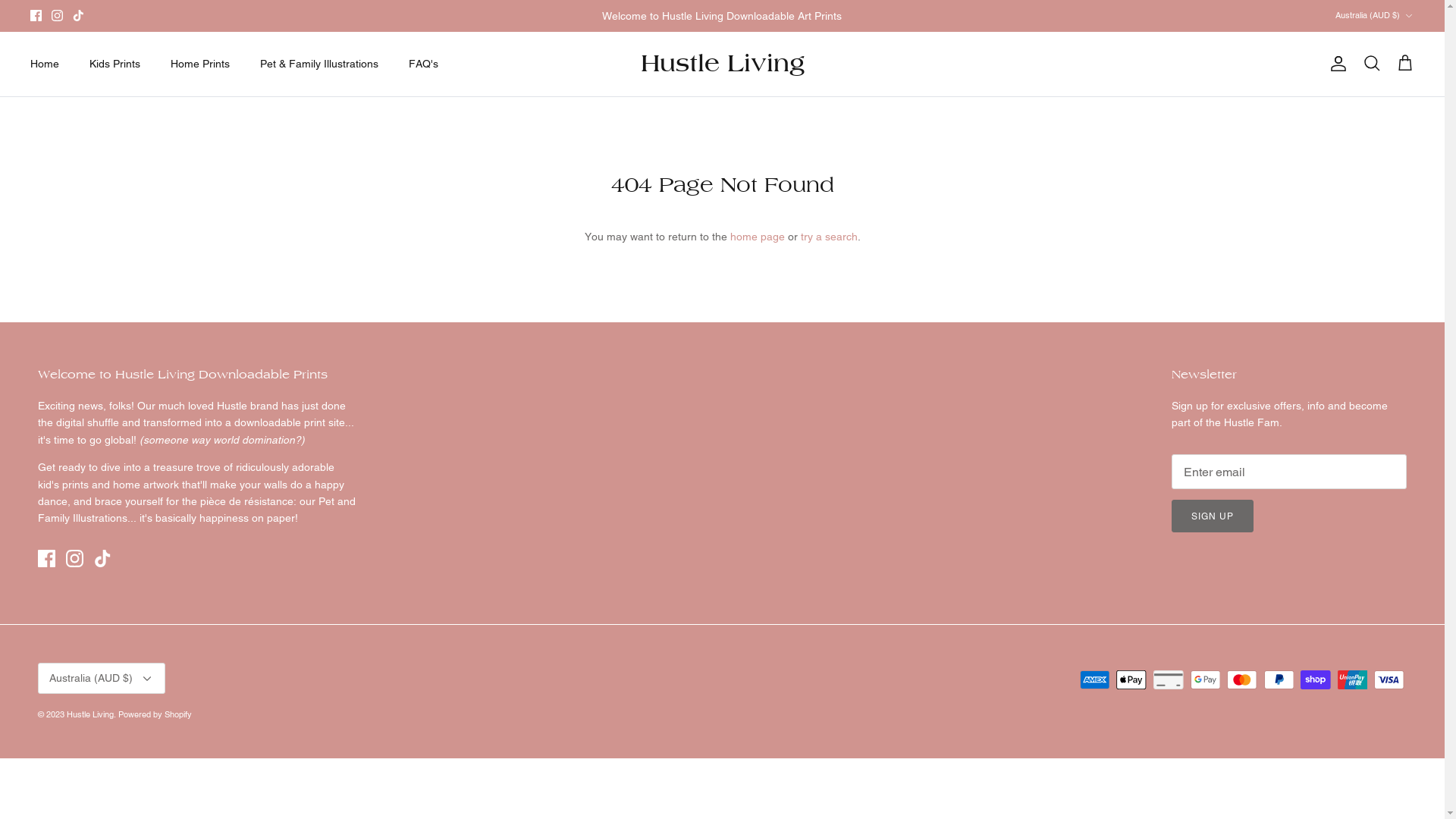  What do you see at coordinates (46, 558) in the screenshot?
I see `'Facebook'` at bounding box center [46, 558].